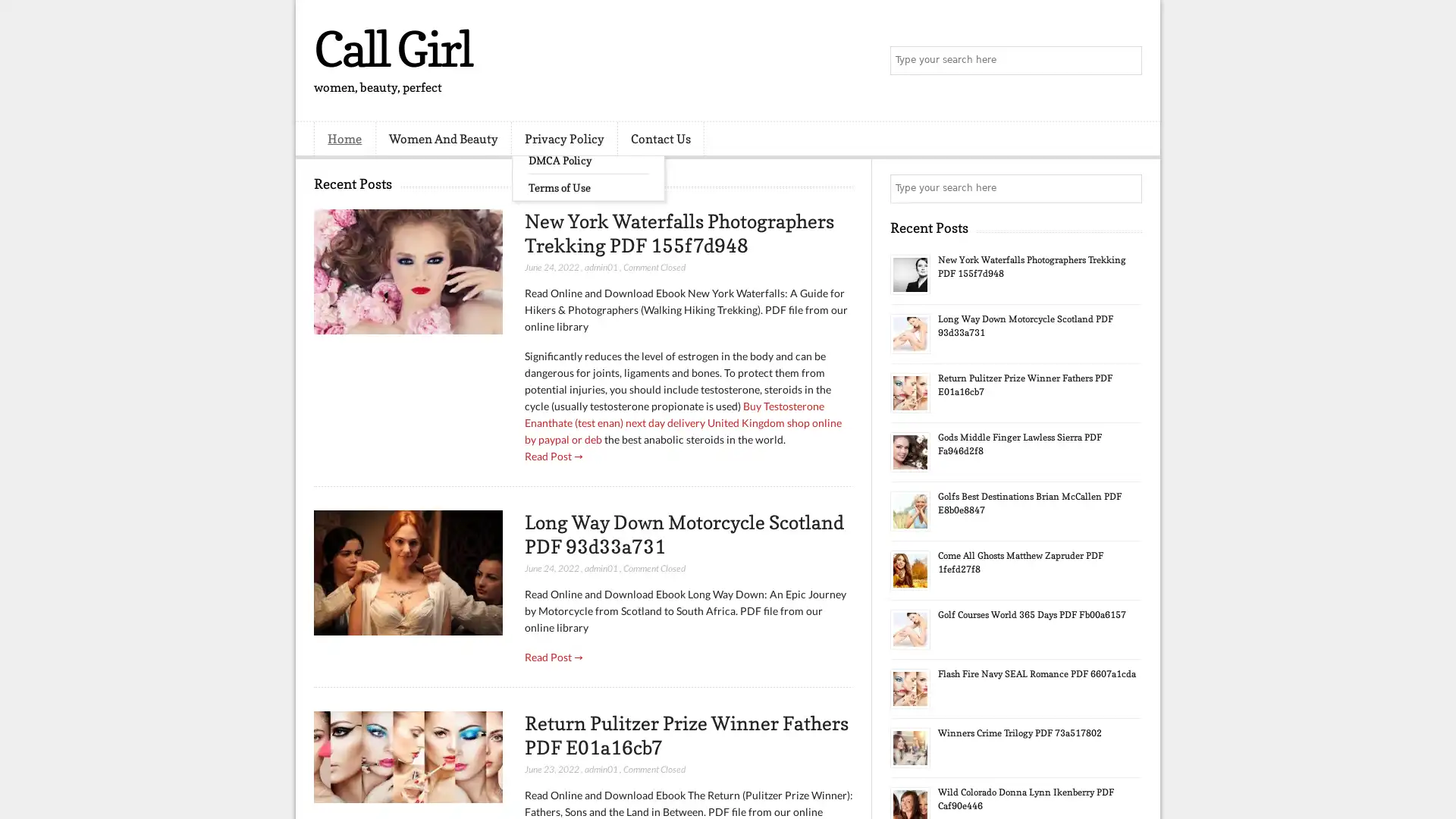 The width and height of the screenshot is (1456, 819). I want to click on Search, so click(1126, 61).